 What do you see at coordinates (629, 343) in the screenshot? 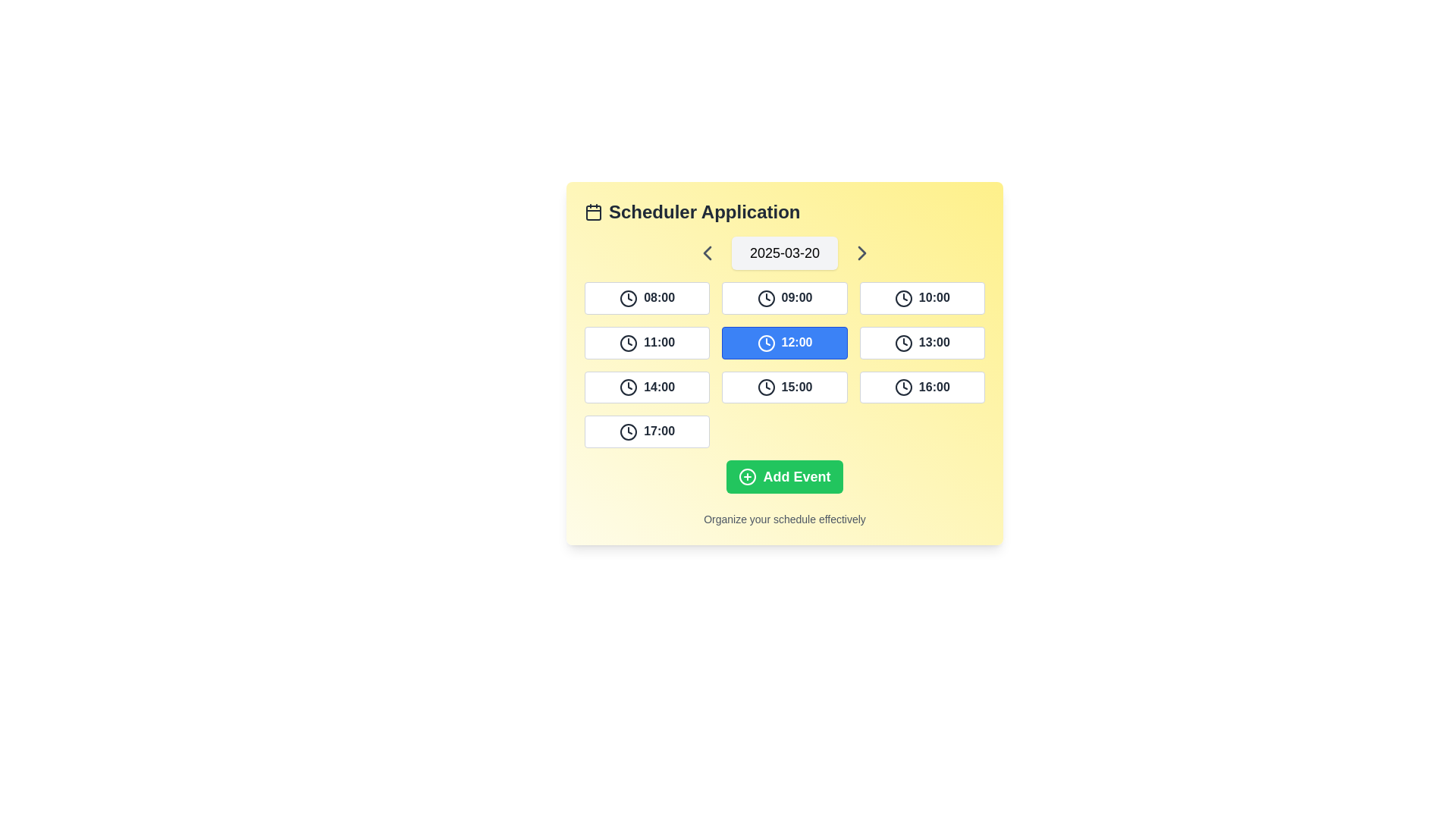
I see `the scheduling button by clicking on the icon located to the left of the text '11:00' in the second row, first column of the scheduler grid` at bounding box center [629, 343].